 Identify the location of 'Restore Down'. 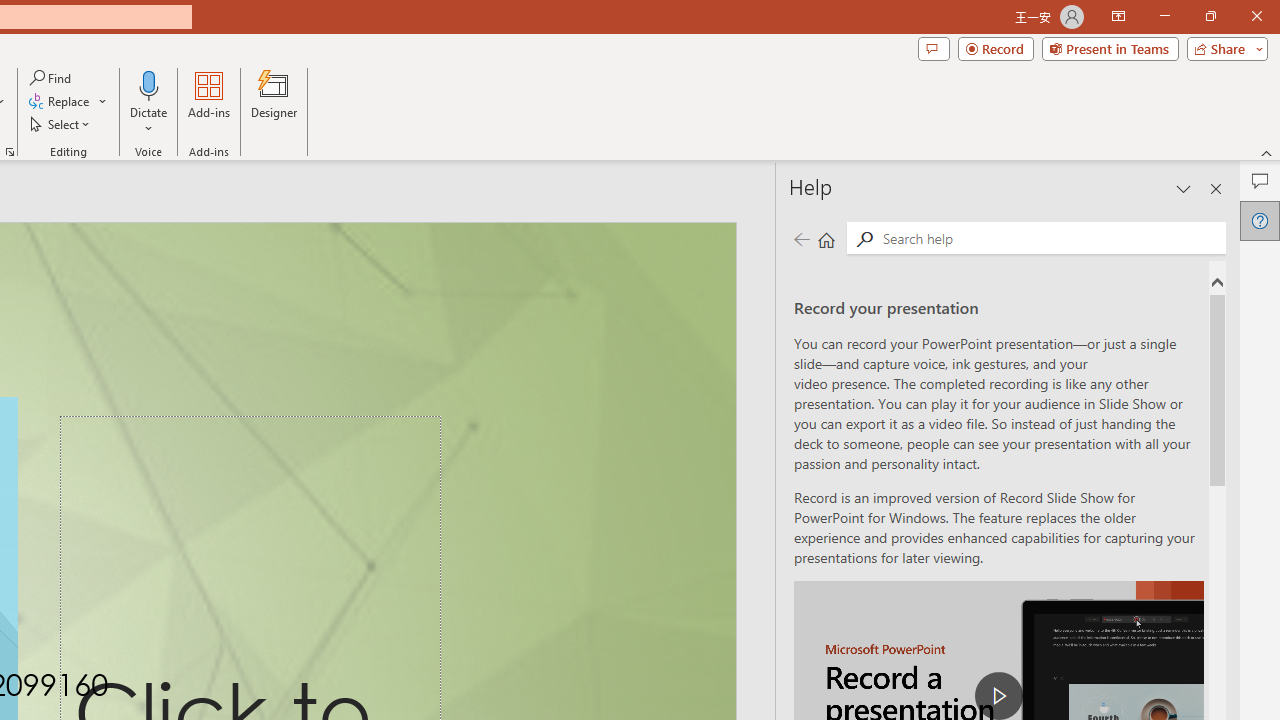
(1209, 16).